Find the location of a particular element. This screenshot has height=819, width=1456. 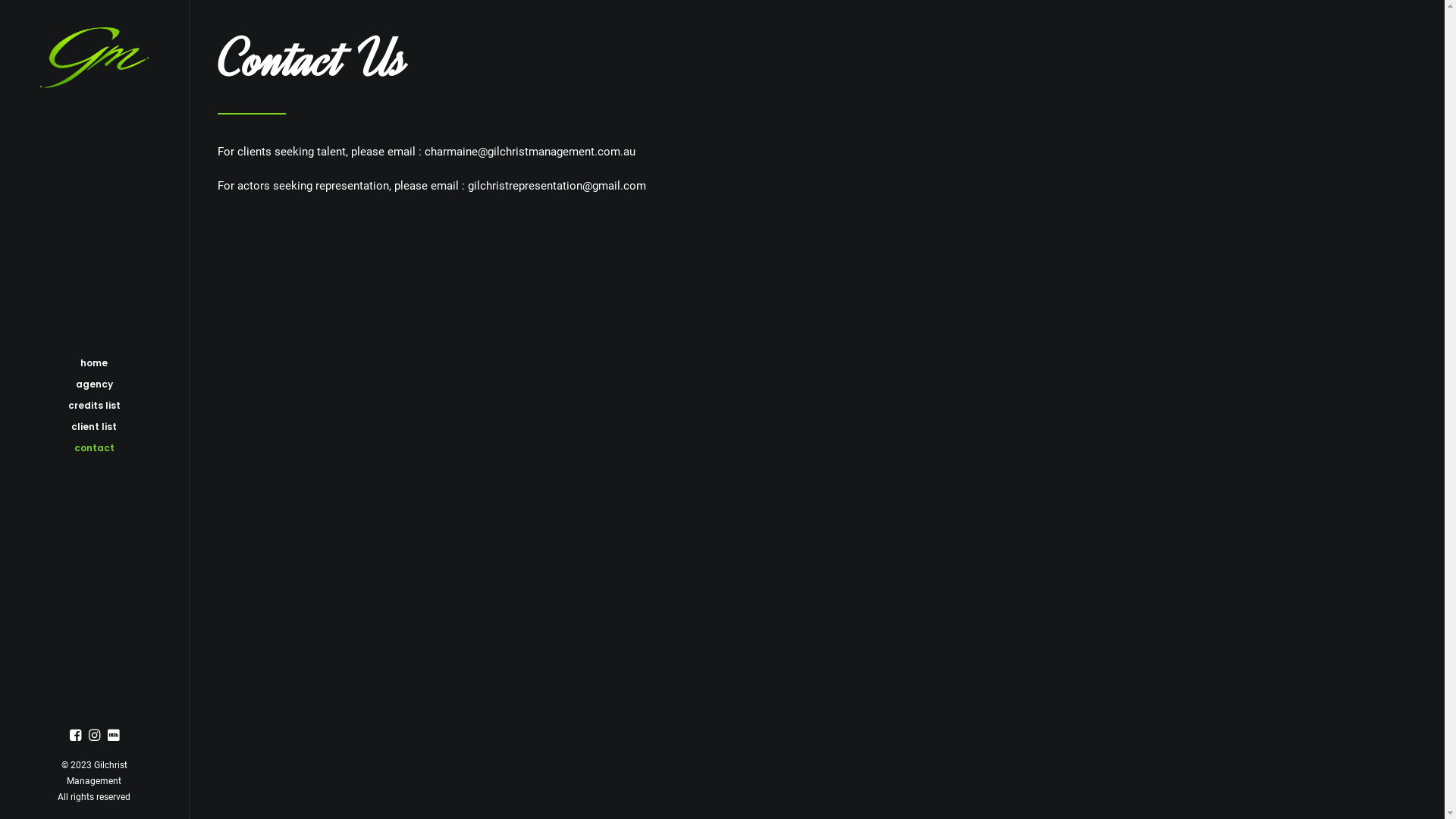

'charmaine@gilchristmanagement.com.au' is located at coordinates (530, 152).